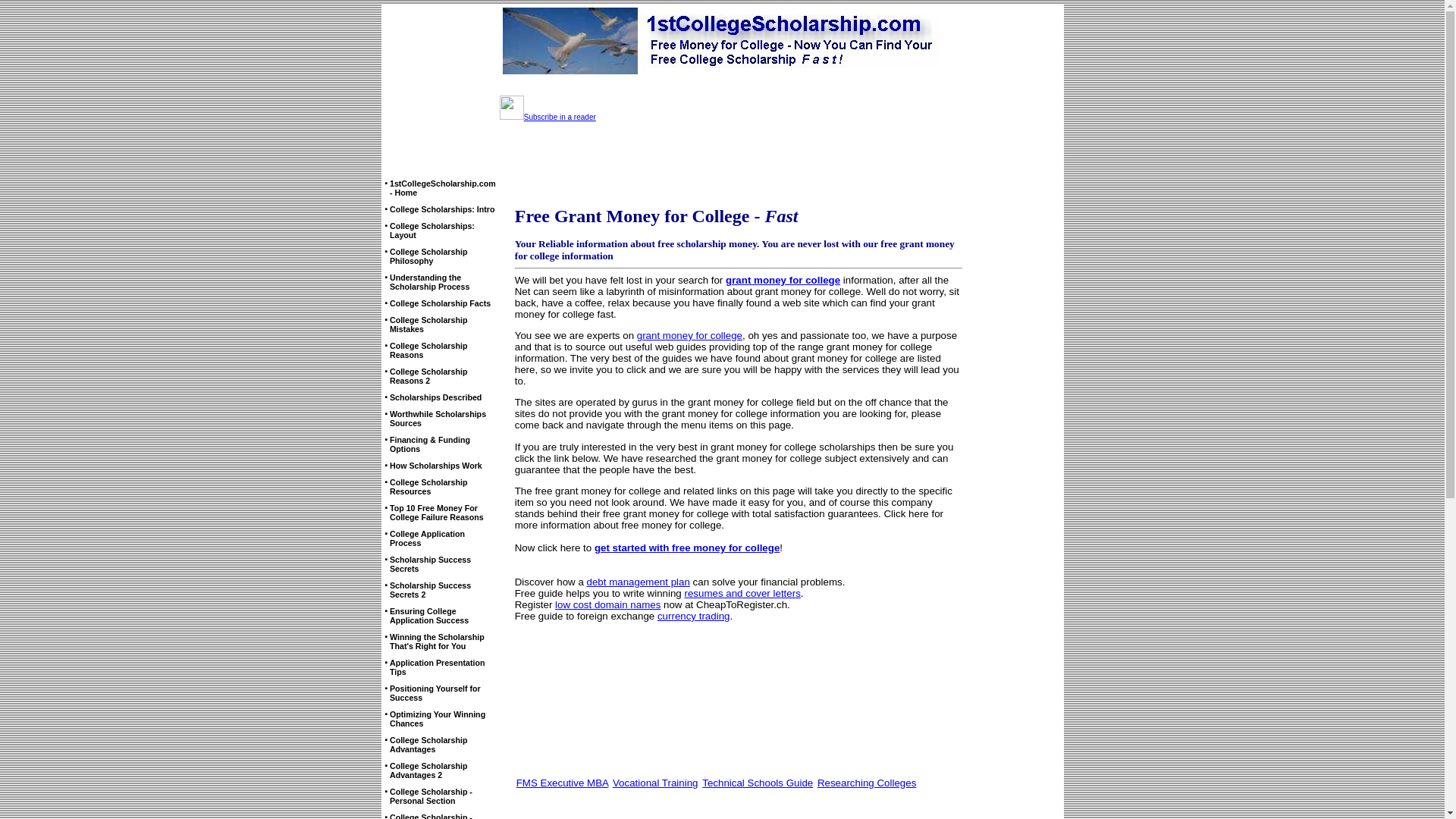 Image resolution: width=1456 pixels, height=819 pixels. Describe the element at coordinates (429, 589) in the screenshot. I see `'Scholarship Success Secrets 2'` at that location.